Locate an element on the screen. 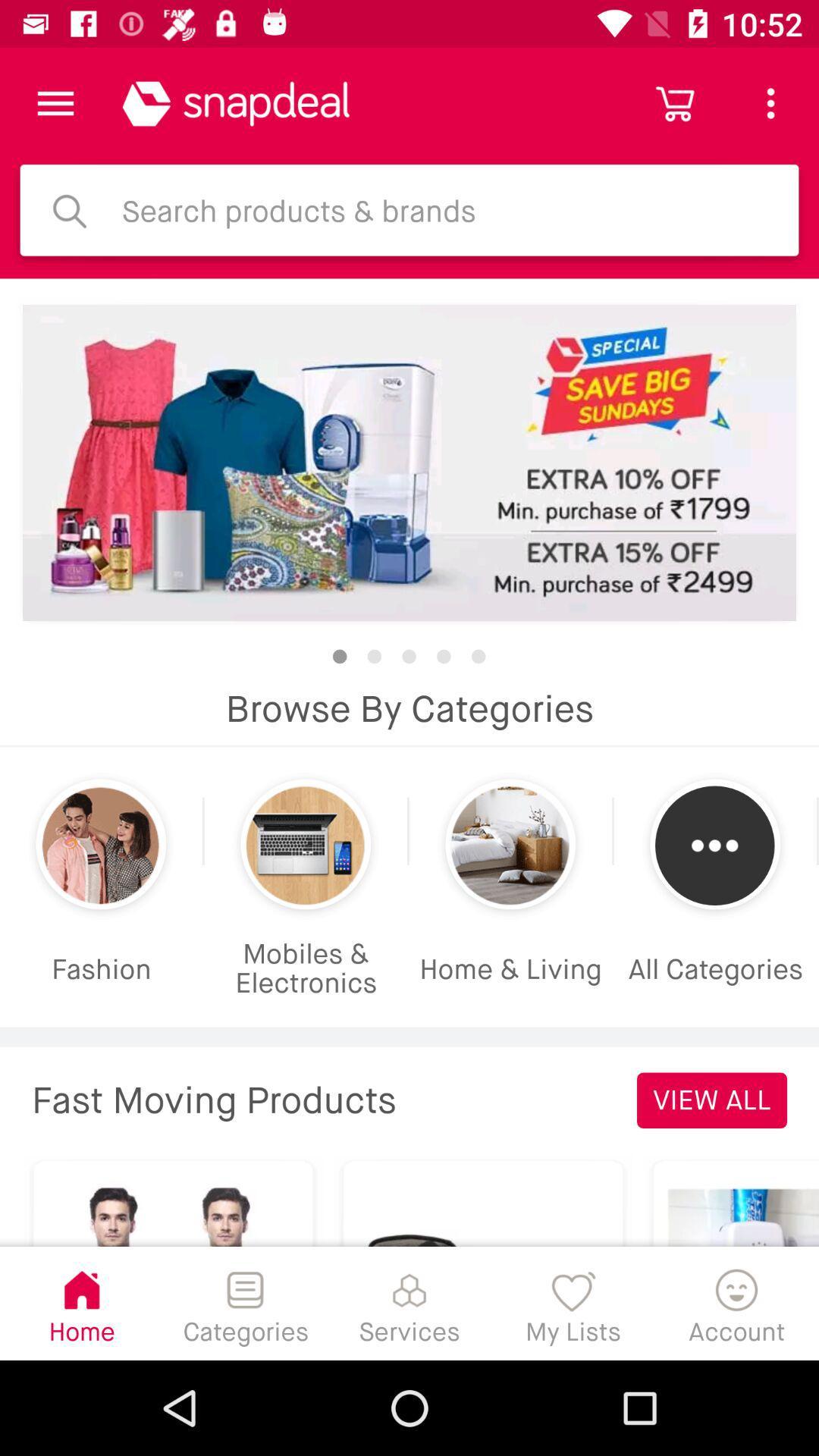 Image resolution: width=819 pixels, height=1456 pixels. my lists is located at coordinates (573, 1302).